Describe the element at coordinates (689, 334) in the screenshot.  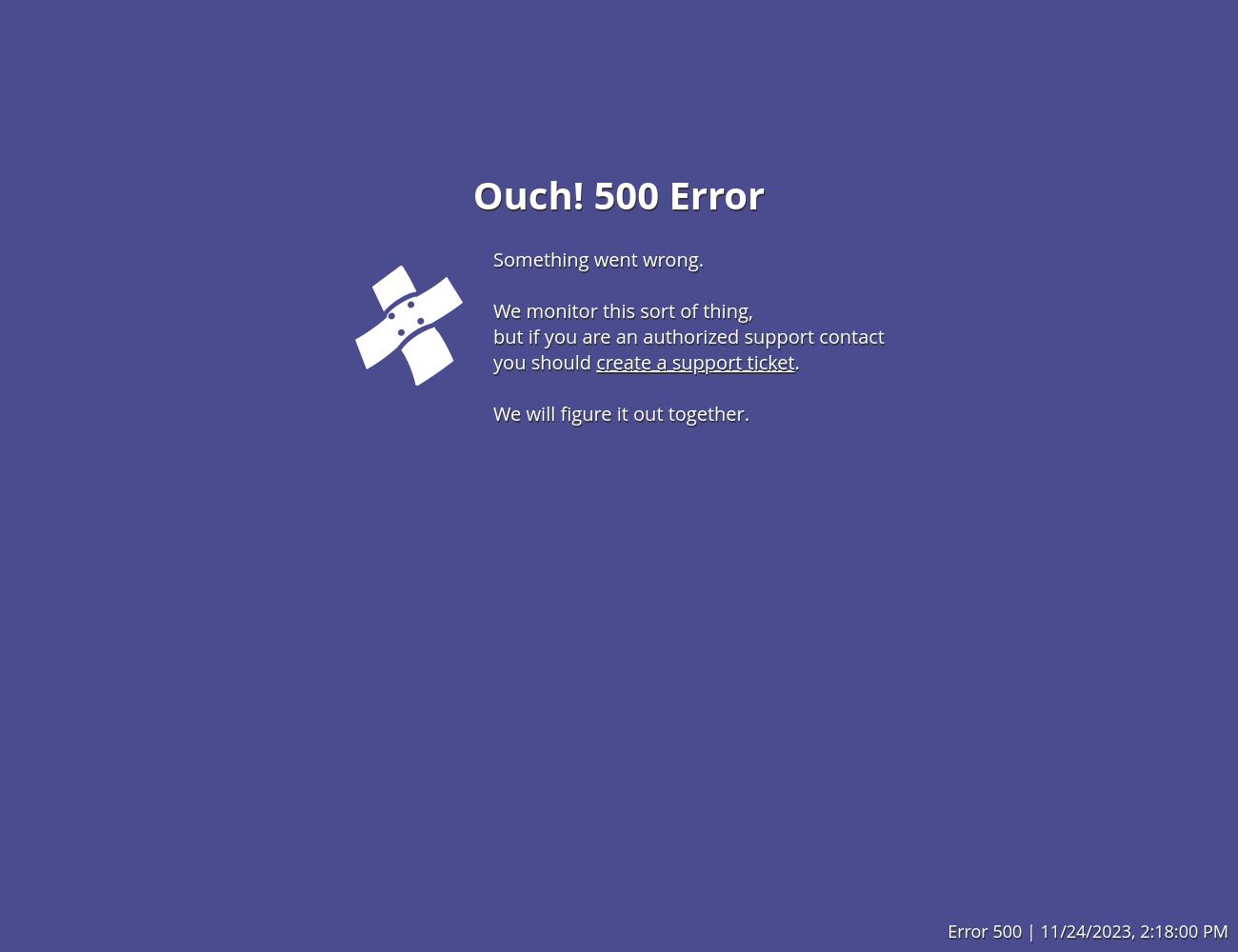
I see `'but if you are an authorized support contact'` at that location.